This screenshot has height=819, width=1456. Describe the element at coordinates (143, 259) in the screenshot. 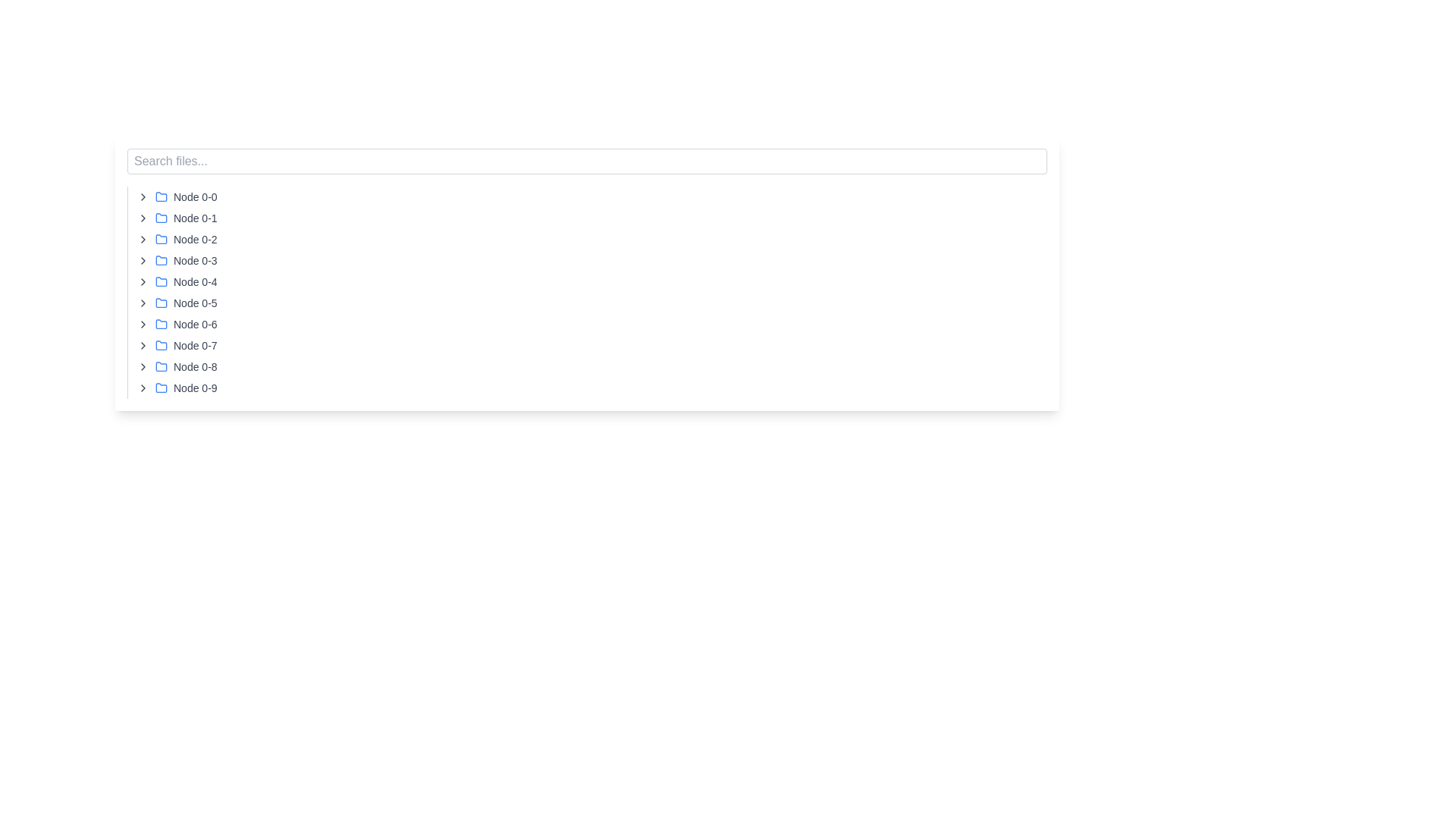

I see `the toggle button located to the left of the folder icon for 'Node 0-3'` at that location.